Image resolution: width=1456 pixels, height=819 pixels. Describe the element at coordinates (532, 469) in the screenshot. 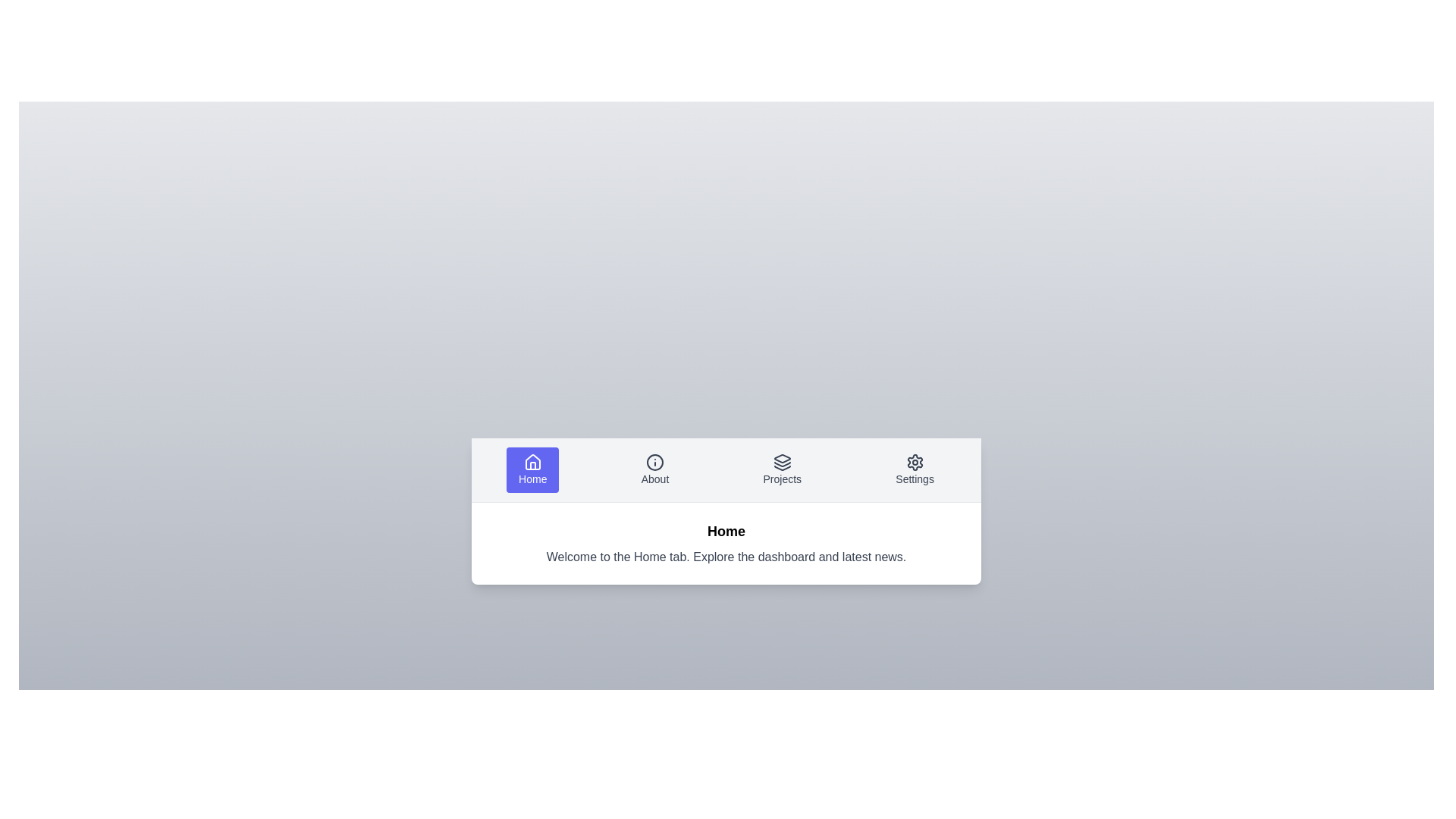

I see `the Home tab by clicking on its label or icon` at that location.